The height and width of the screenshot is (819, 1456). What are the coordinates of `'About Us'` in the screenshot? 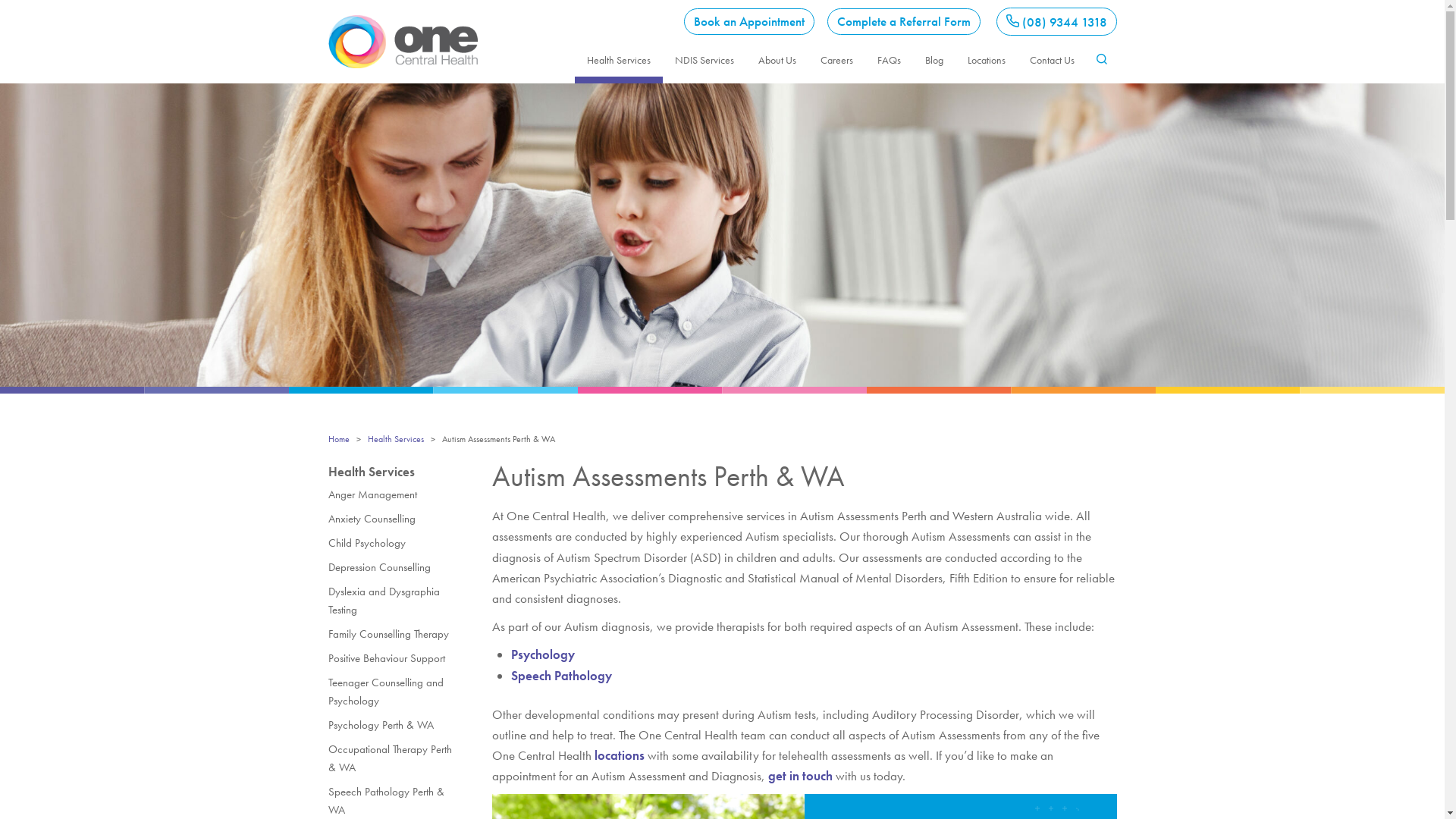 It's located at (745, 58).